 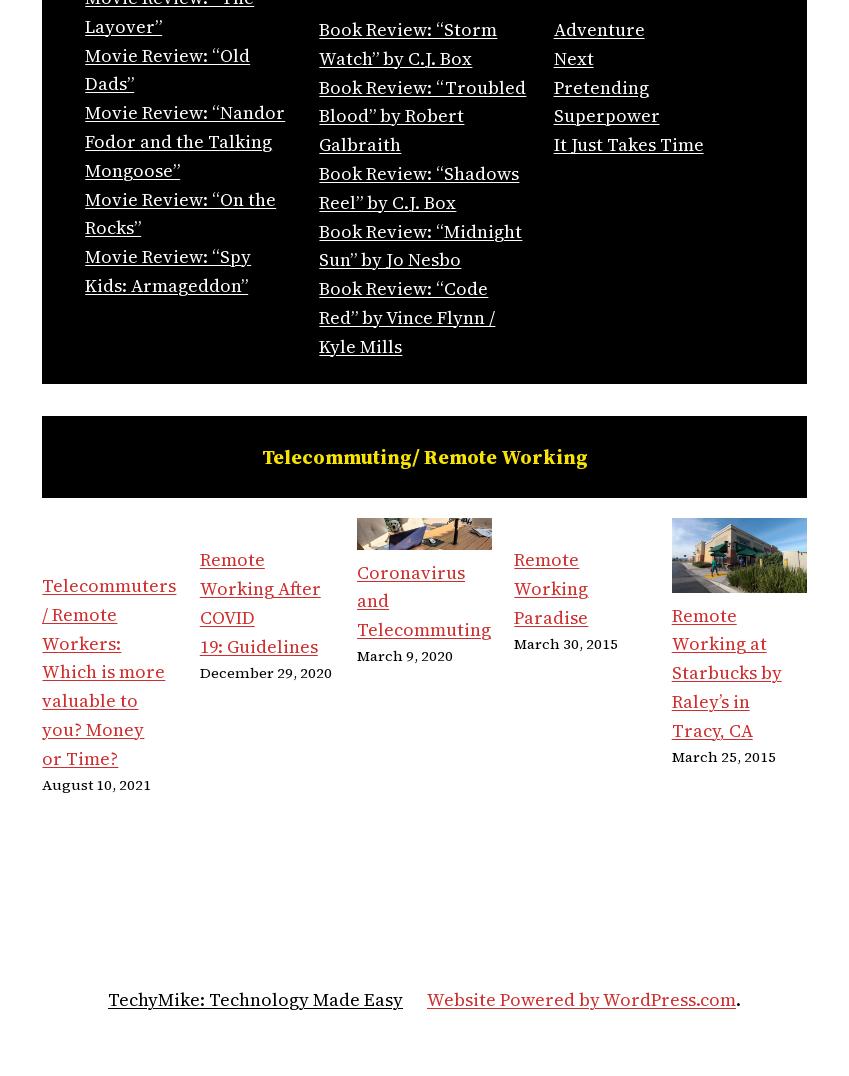 What do you see at coordinates (41, 783) in the screenshot?
I see `'August 10, 2021'` at bounding box center [41, 783].